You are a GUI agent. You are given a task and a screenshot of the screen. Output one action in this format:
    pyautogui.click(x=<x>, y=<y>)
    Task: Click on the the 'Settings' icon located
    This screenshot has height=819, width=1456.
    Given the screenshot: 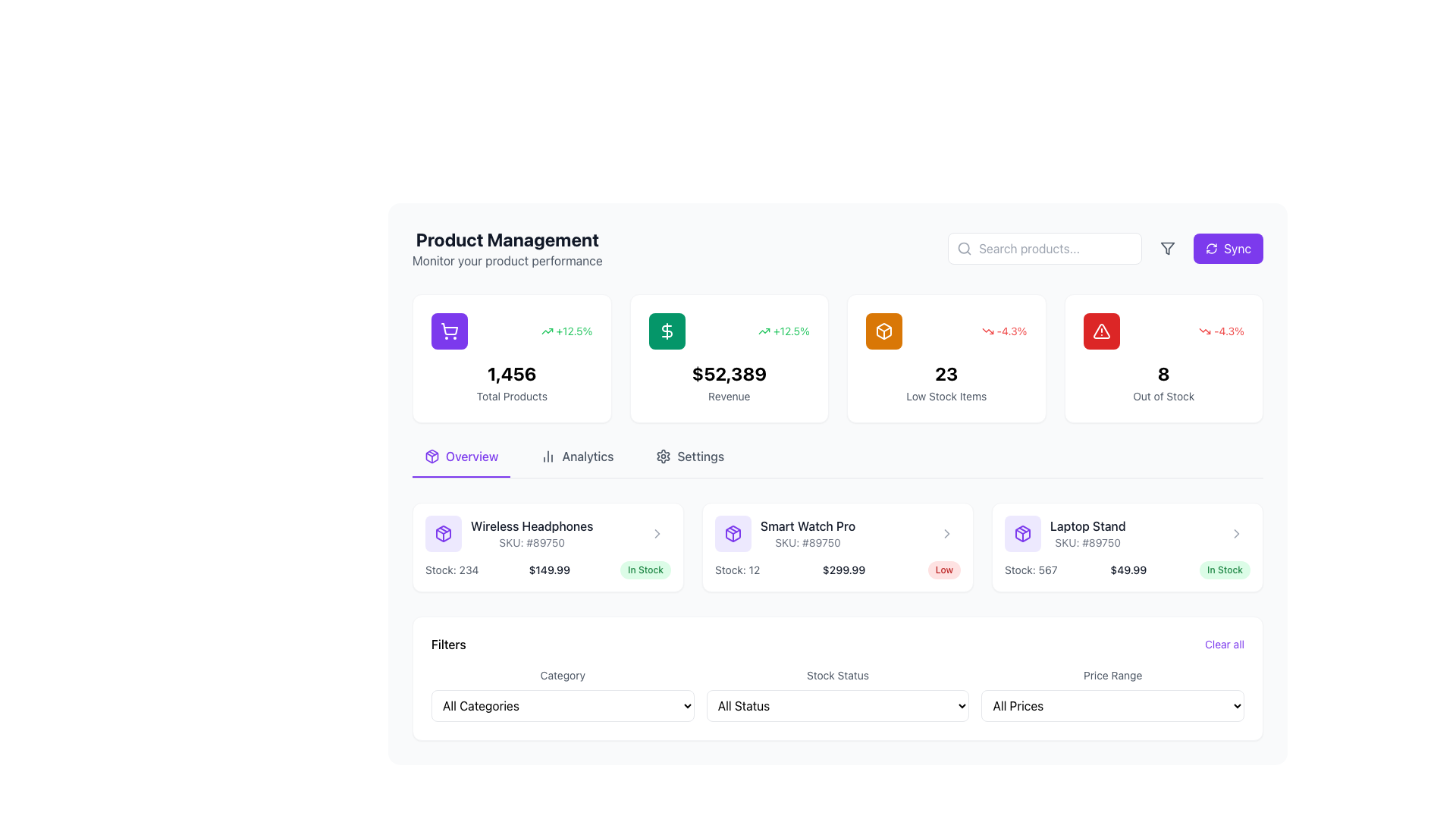 What is the action you would take?
    pyautogui.click(x=664, y=455)
    